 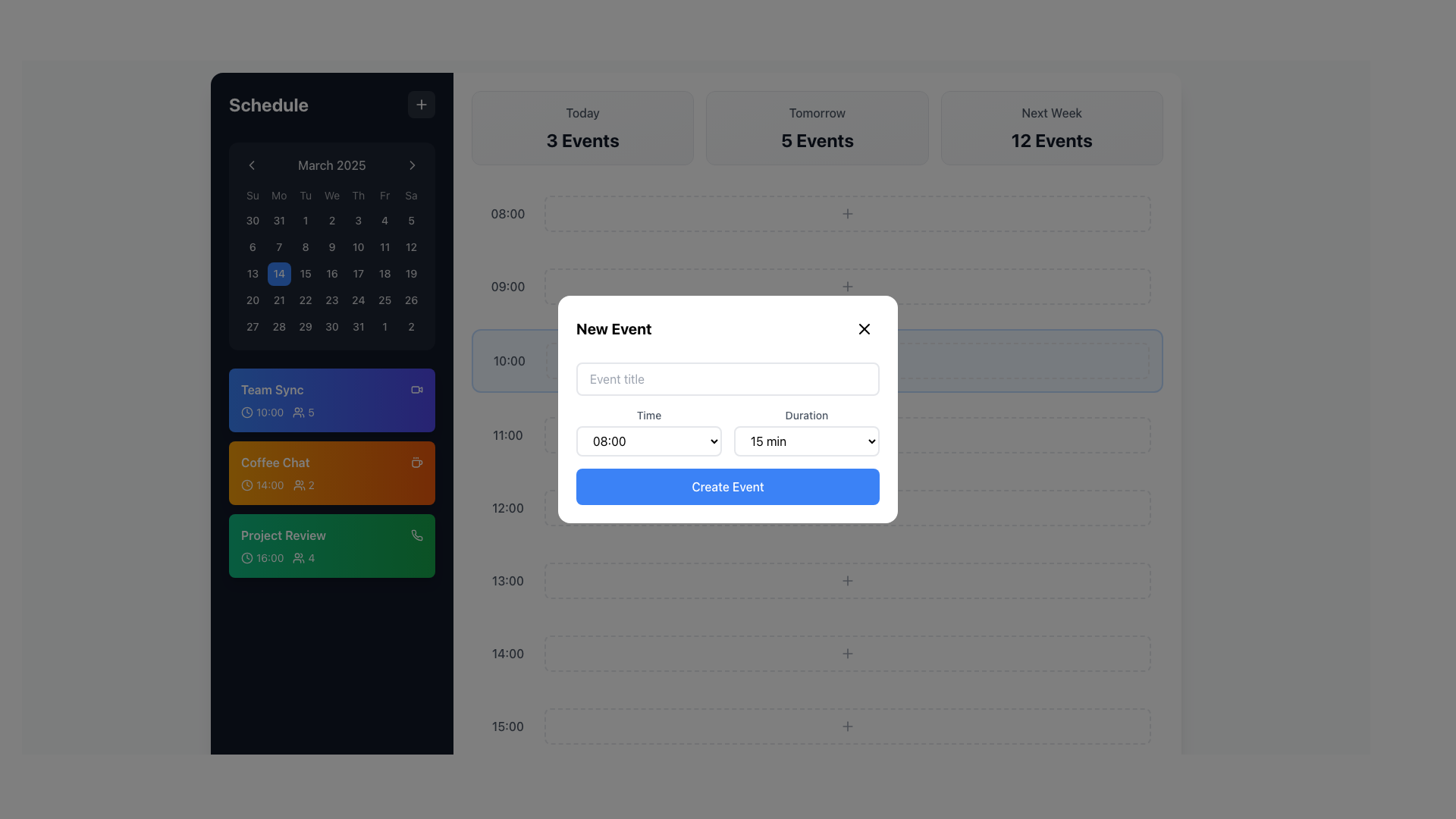 What do you see at coordinates (299, 558) in the screenshot?
I see `the user group icon styled with a rounded geometric design, located in the 'Project Review' block to the left of the number '4' icon` at bounding box center [299, 558].